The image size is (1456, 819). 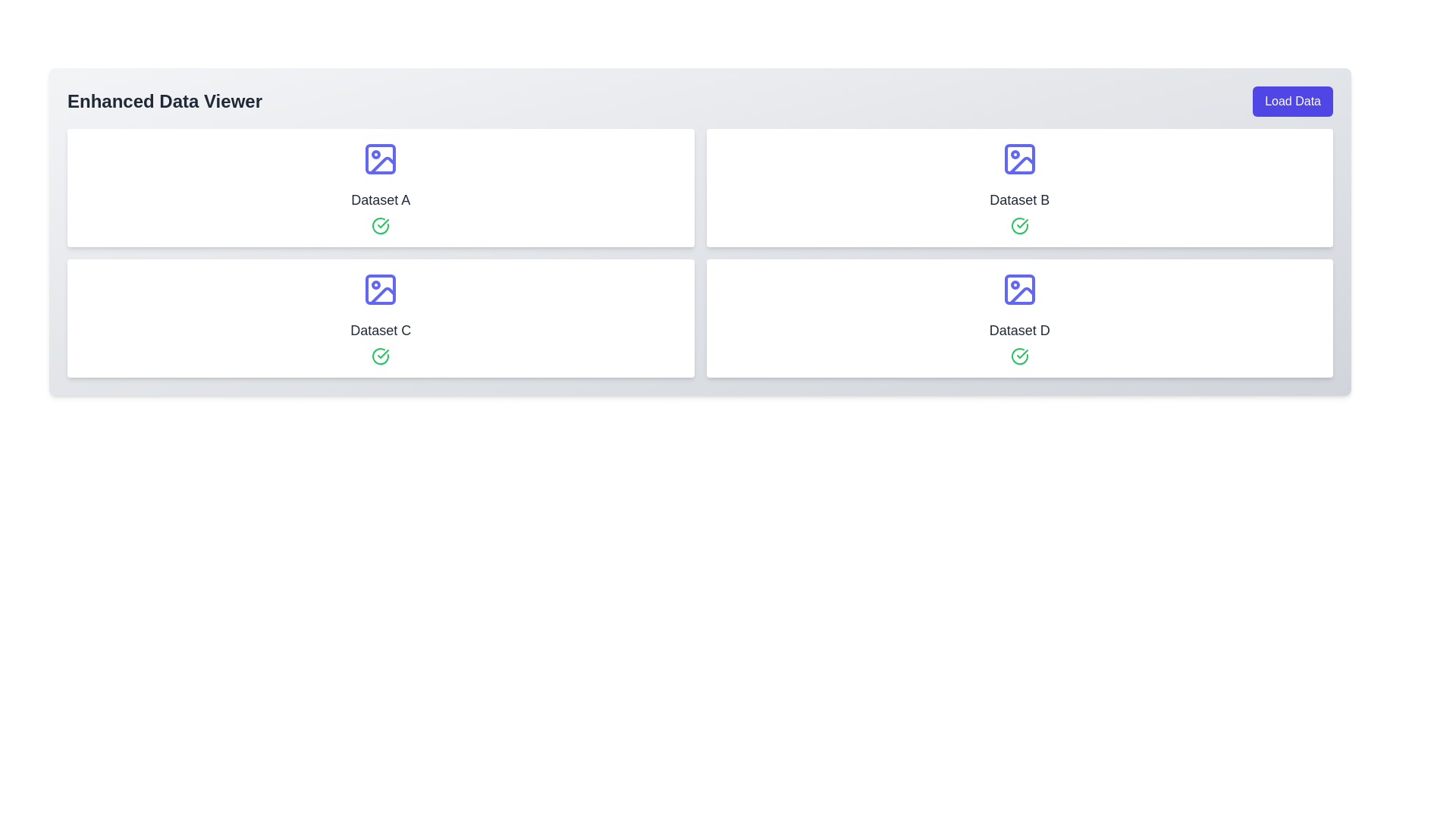 I want to click on the Text label displaying the name of a dataset located in the second card from the left in the top row of the interface, so click(x=1019, y=199).